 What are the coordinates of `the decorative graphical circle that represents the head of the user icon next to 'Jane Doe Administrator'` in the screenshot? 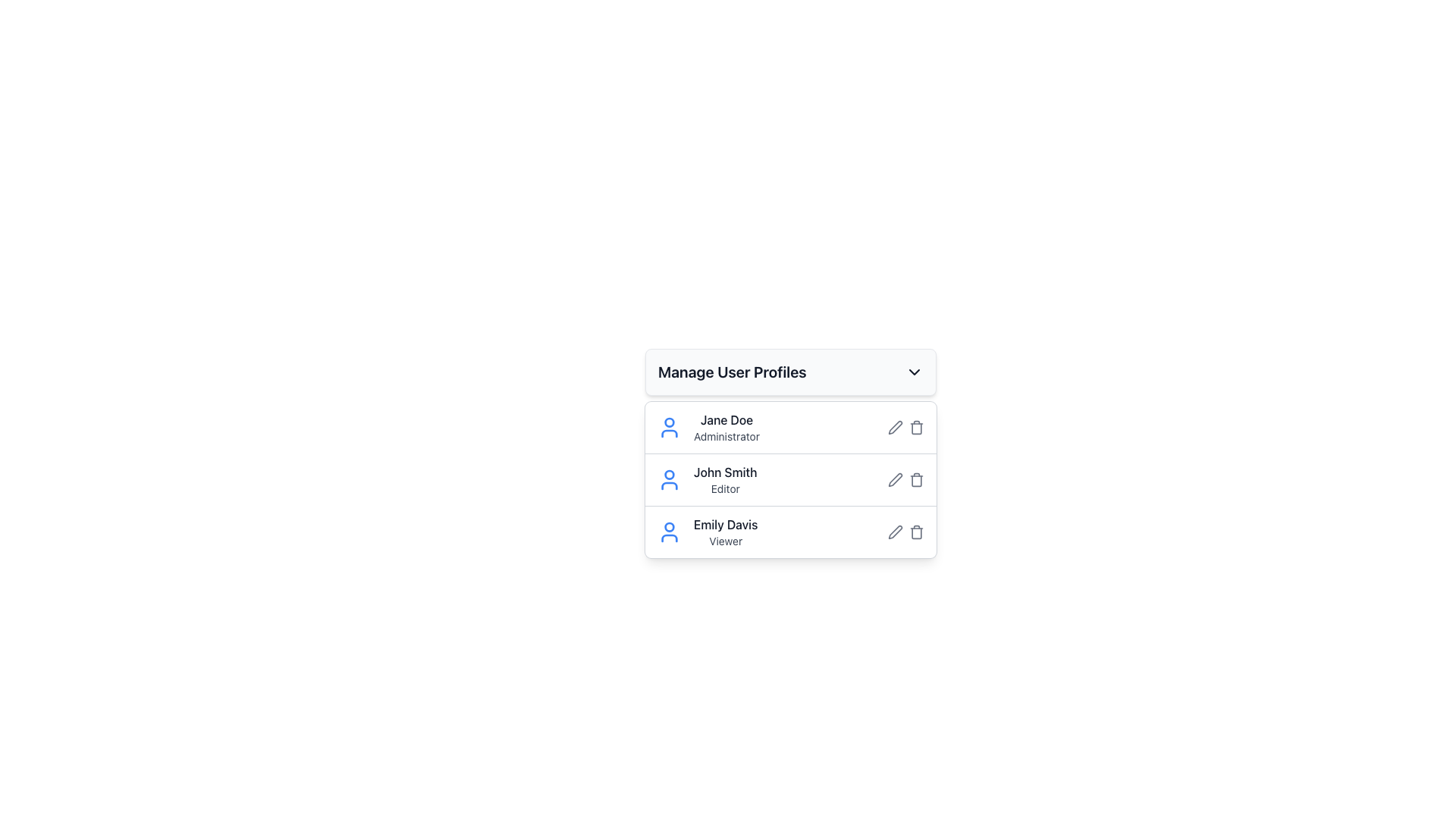 It's located at (669, 422).